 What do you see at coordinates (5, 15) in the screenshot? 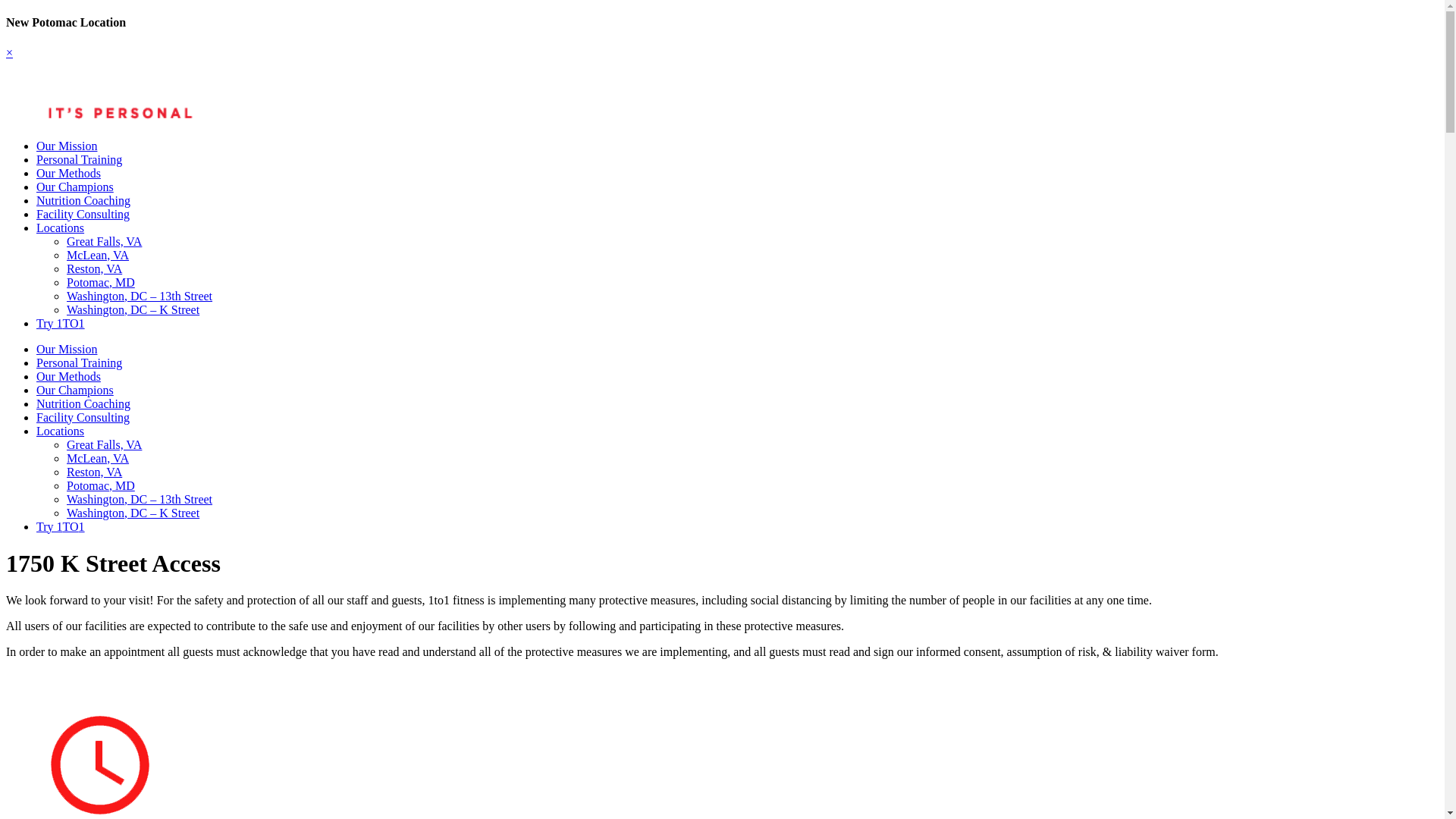
I see `'Skip to content'` at bounding box center [5, 15].